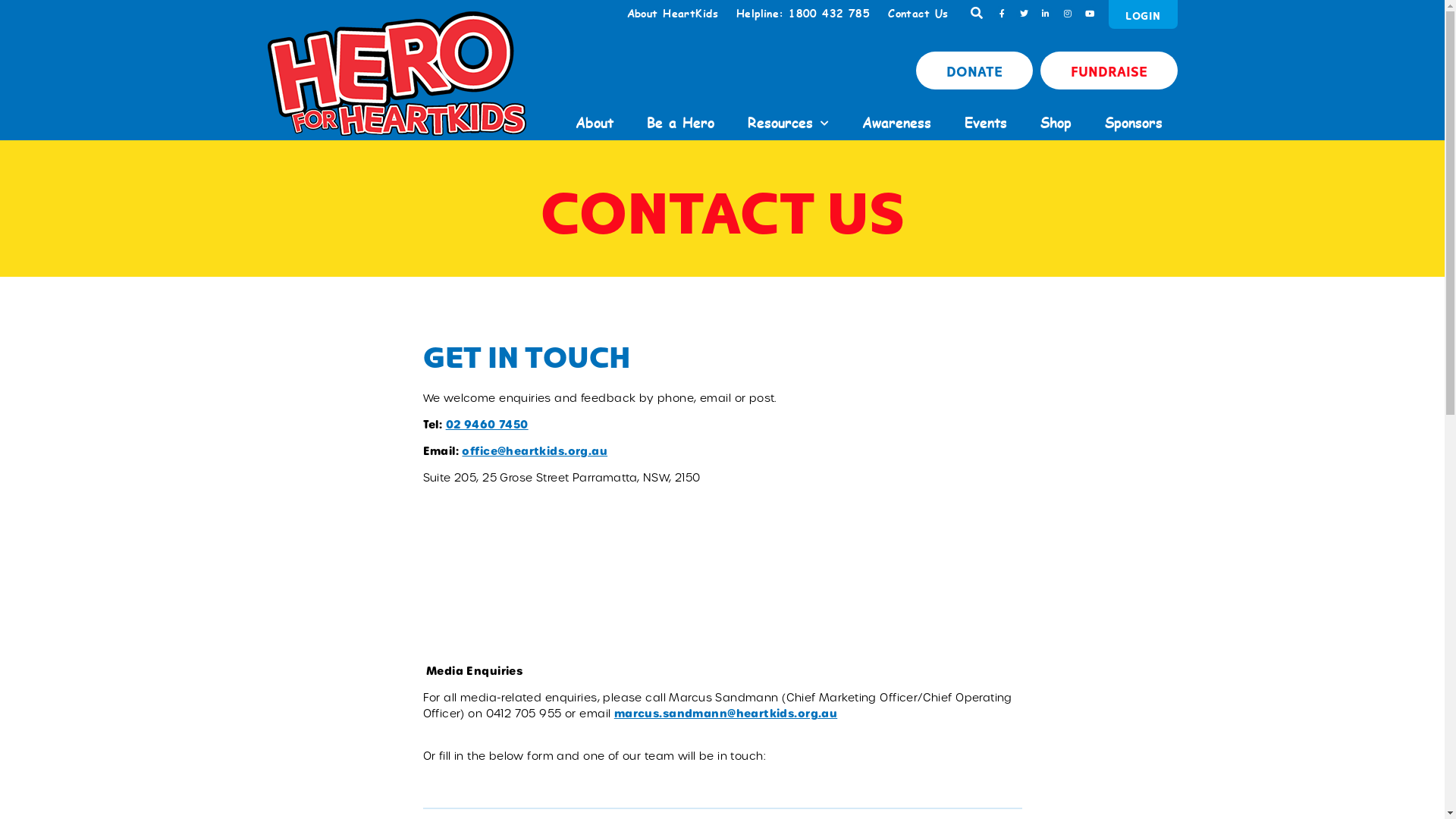 Image resolution: width=1456 pixels, height=819 pixels. I want to click on 'DONATE', so click(974, 70).